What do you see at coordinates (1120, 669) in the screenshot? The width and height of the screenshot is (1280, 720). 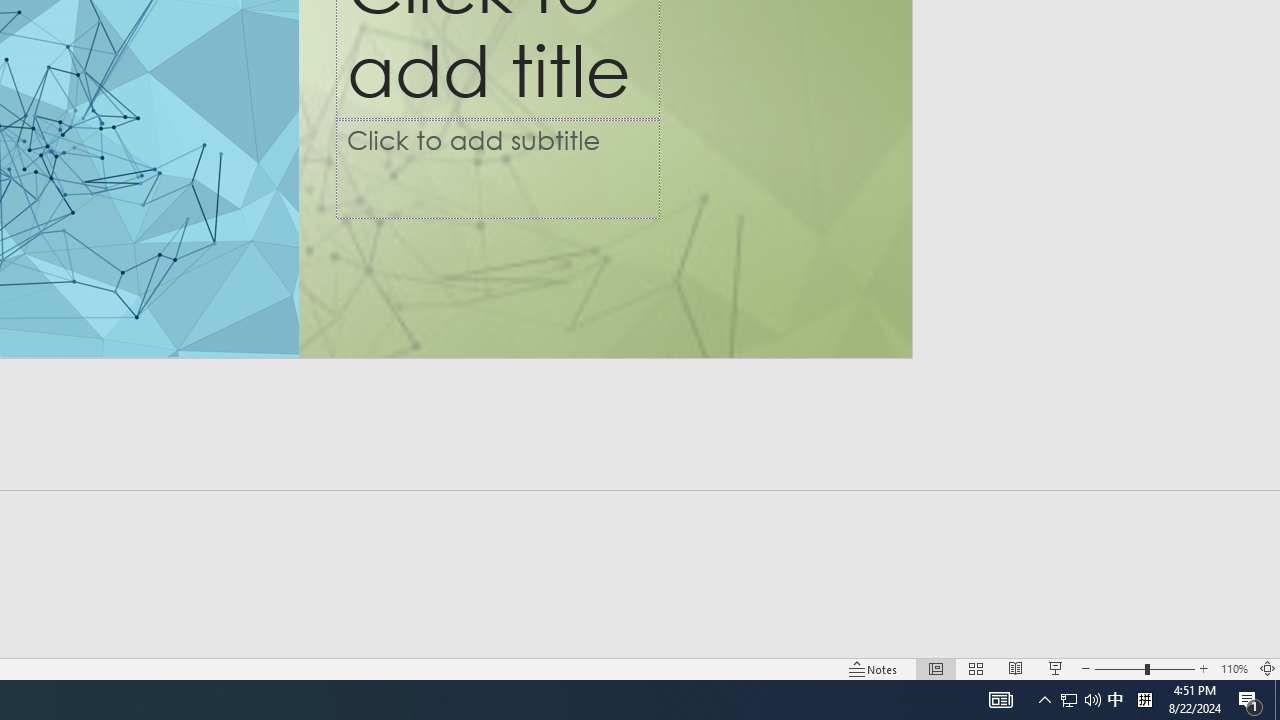 I see `'Zoom Out'` at bounding box center [1120, 669].